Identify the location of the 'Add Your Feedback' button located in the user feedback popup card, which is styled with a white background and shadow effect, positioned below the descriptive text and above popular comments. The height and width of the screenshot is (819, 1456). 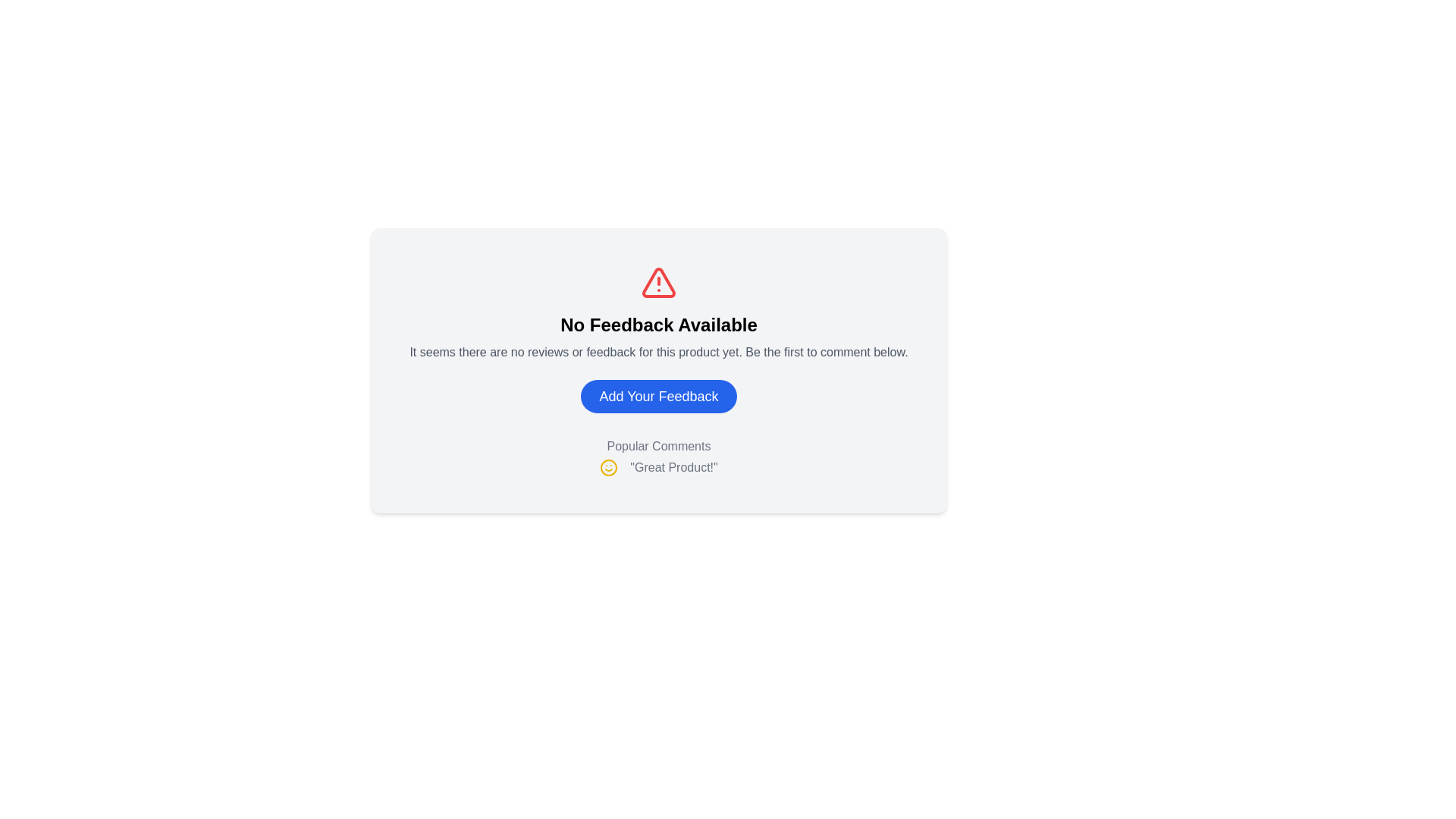
(658, 373).